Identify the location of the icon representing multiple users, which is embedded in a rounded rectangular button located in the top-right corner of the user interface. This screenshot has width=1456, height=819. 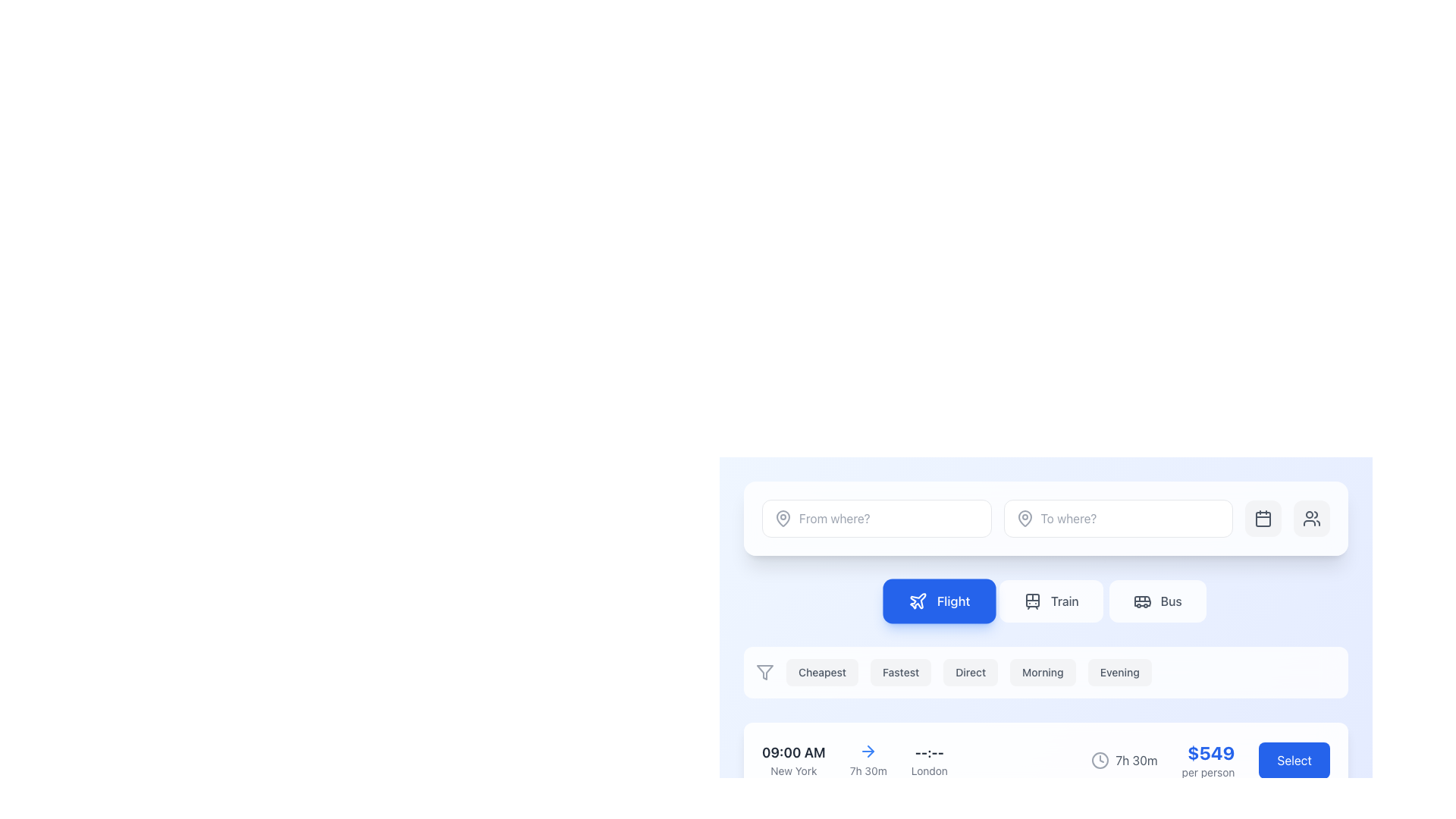
(1310, 517).